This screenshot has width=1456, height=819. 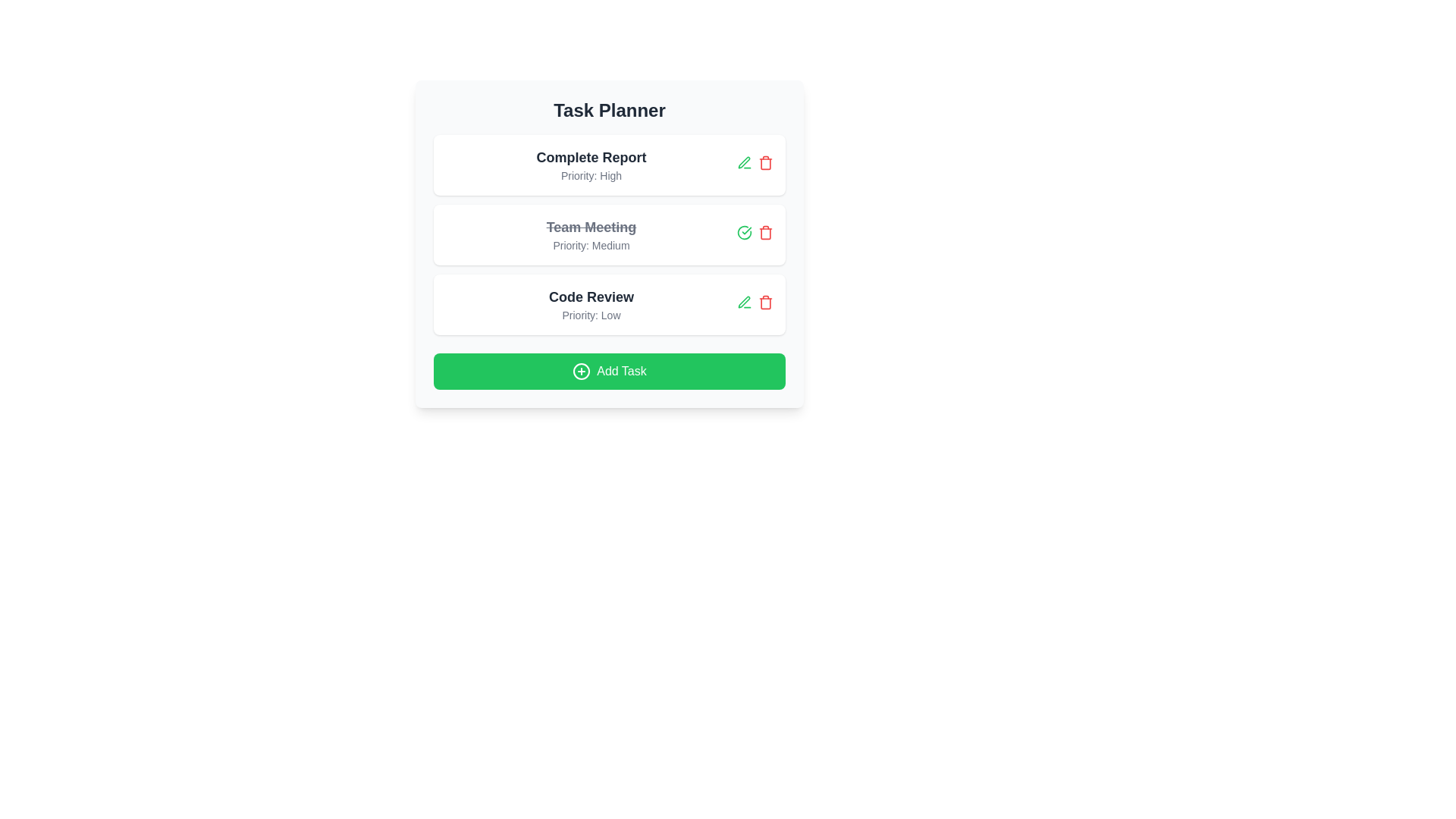 I want to click on the task title text for task 1, so click(x=590, y=158).